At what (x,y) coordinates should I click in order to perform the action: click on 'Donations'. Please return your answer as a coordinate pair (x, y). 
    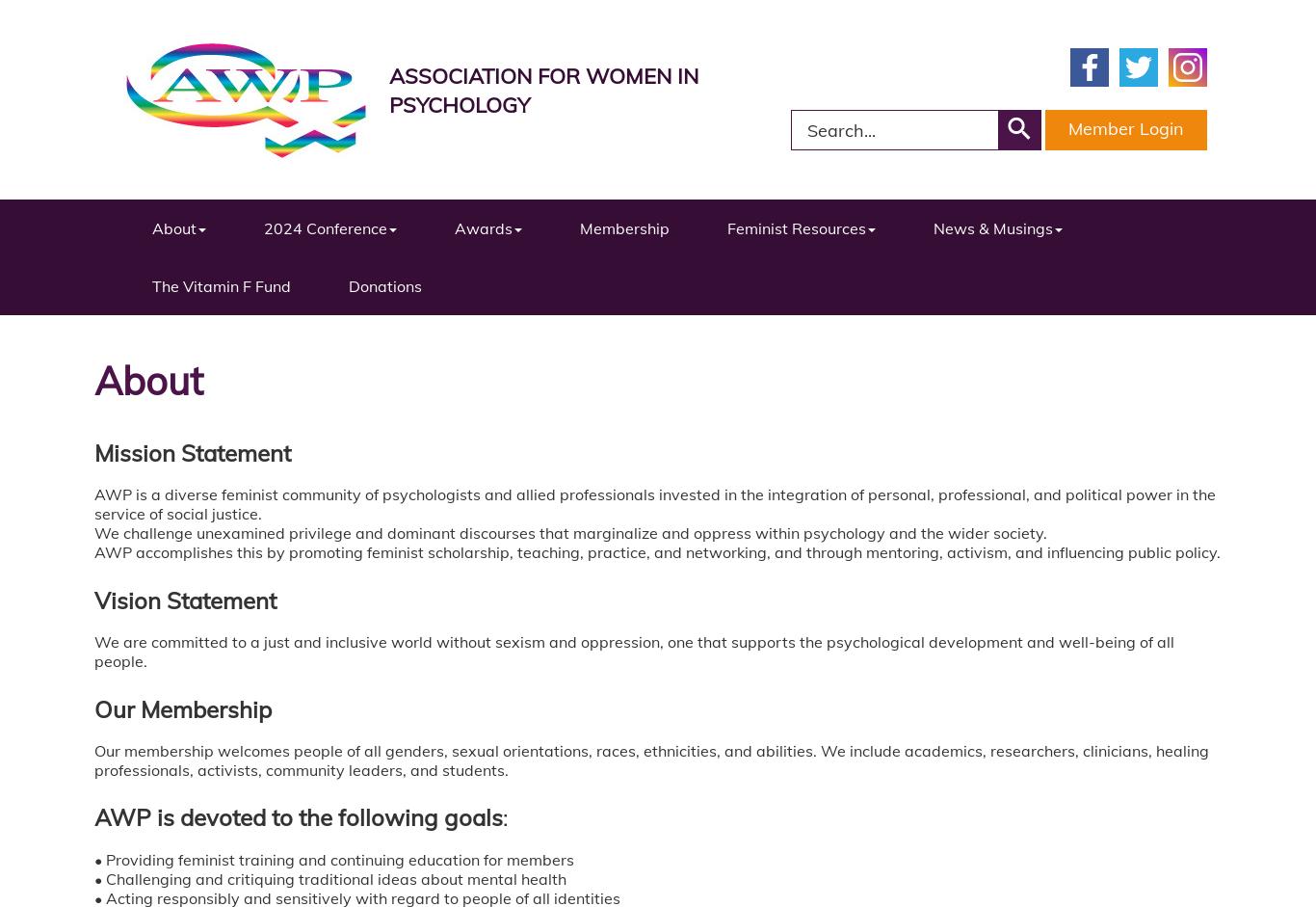
    Looking at the image, I should click on (383, 285).